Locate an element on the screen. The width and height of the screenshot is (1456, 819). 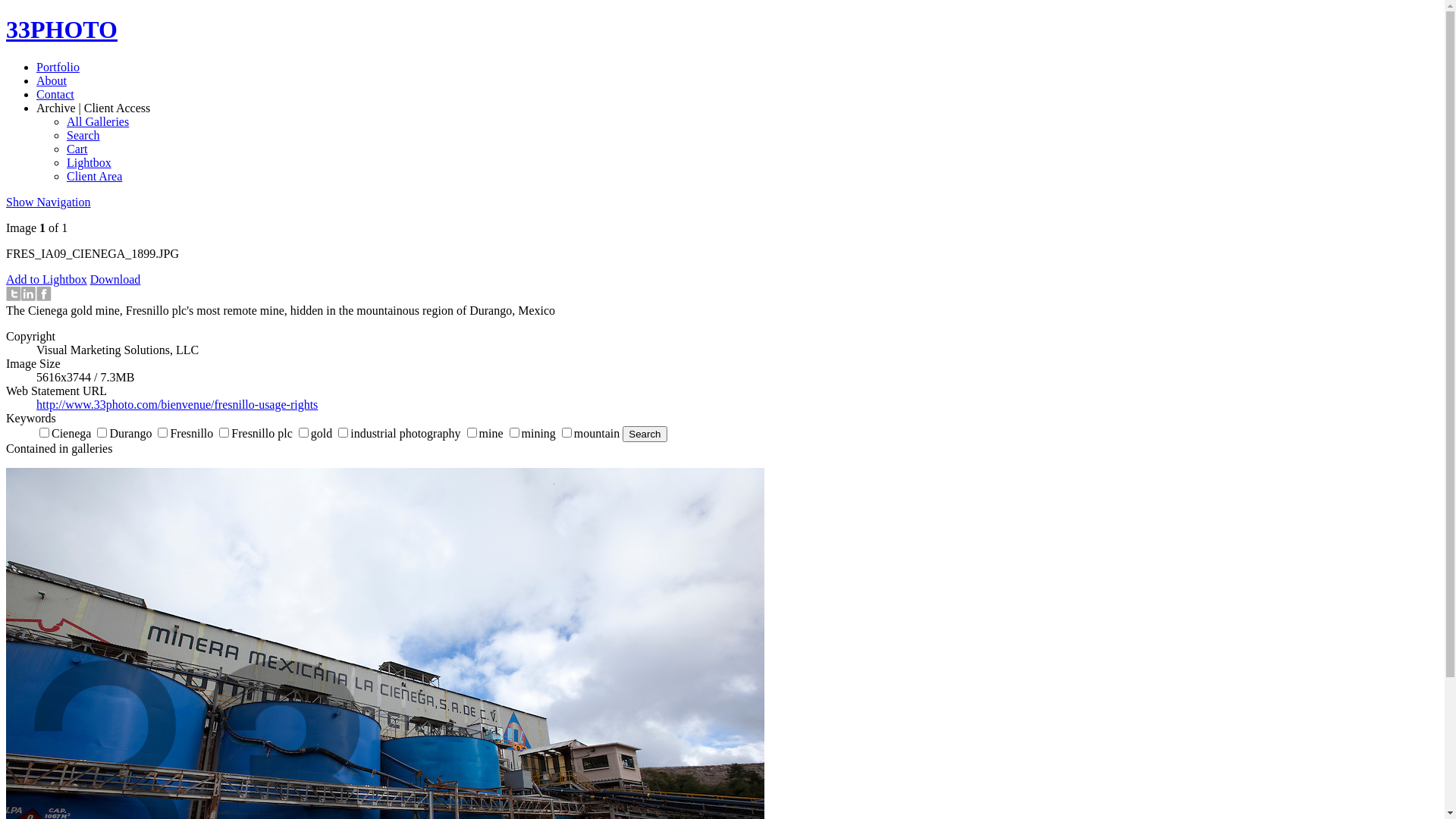
'Search' is located at coordinates (644, 434).